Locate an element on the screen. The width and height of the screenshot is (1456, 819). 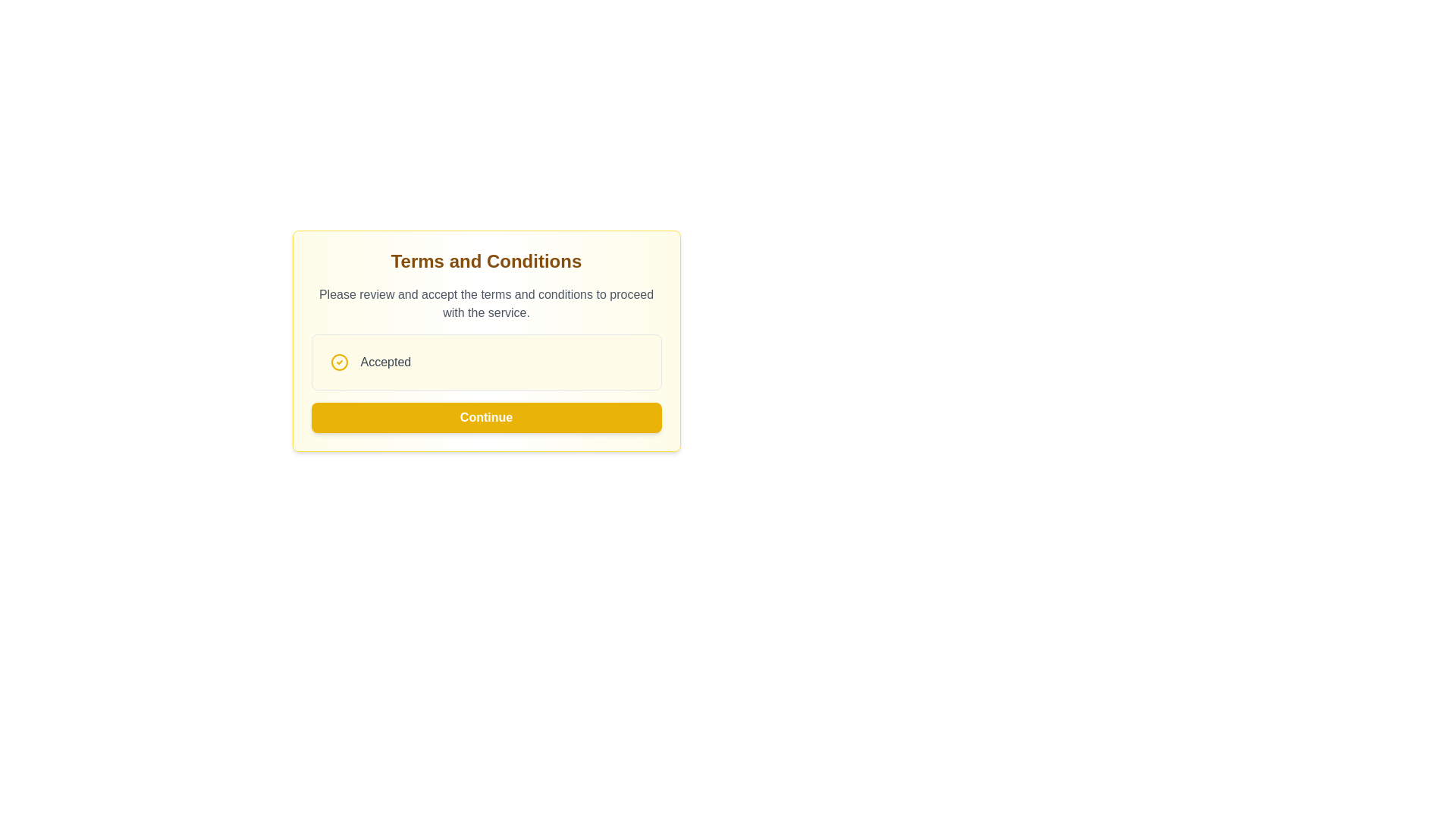
the status message text label that indicates acceptance, positioned to the right of a circular icon and above the yellow 'Continue' button is located at coordinates (385, 362).